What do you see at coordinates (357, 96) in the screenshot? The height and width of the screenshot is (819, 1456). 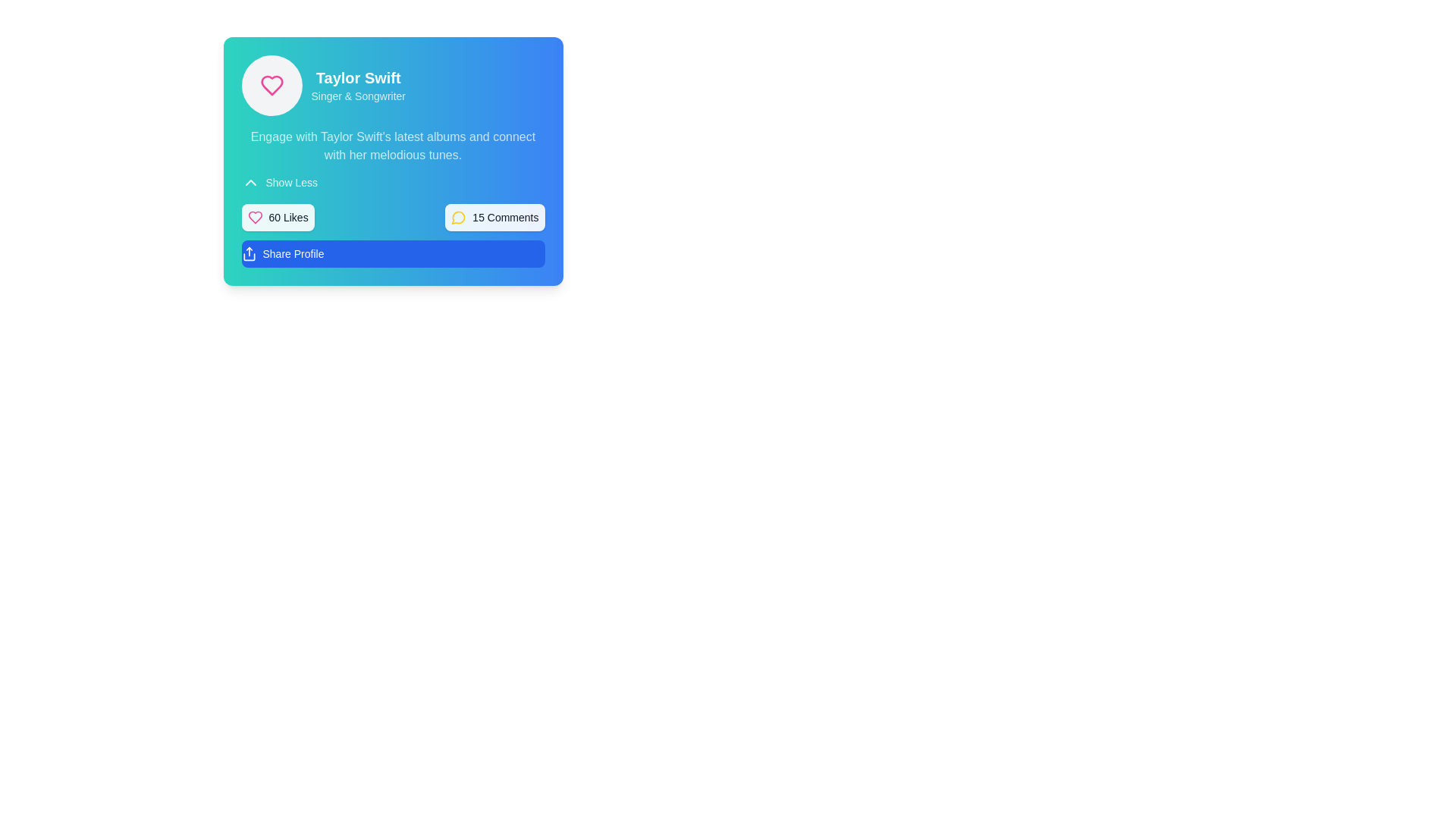 I see `text label that describes the role or profession of 'Taylor Swift', located below her name in the card-like interface` at bounding box center [357, 96].